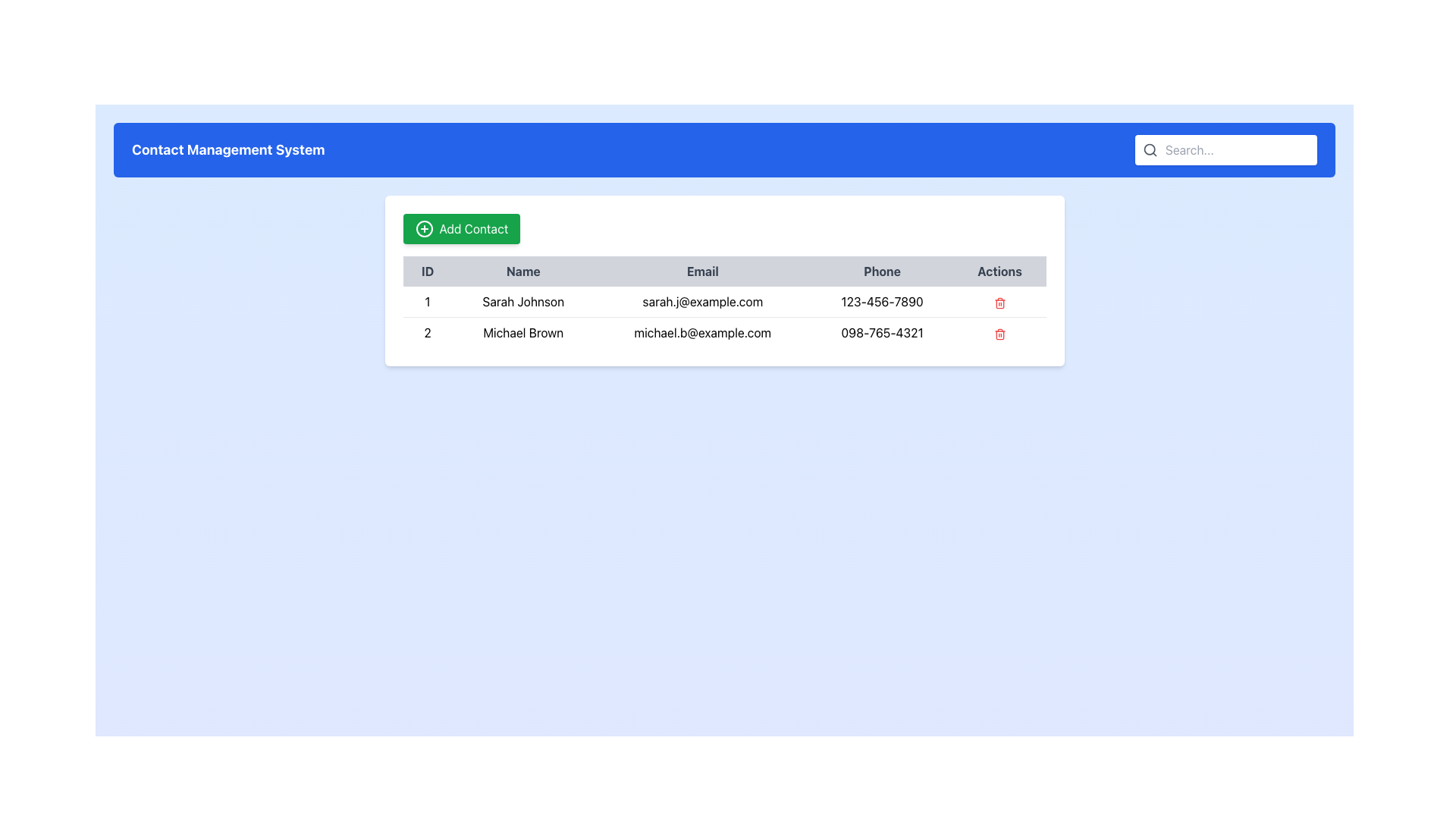 The image size is (1456, 819). Describe the element at coordinates (1150, 149) in the screenshot. I see `the magnifying glass icon located inside the search input box labeled 'Search...'` at that location.